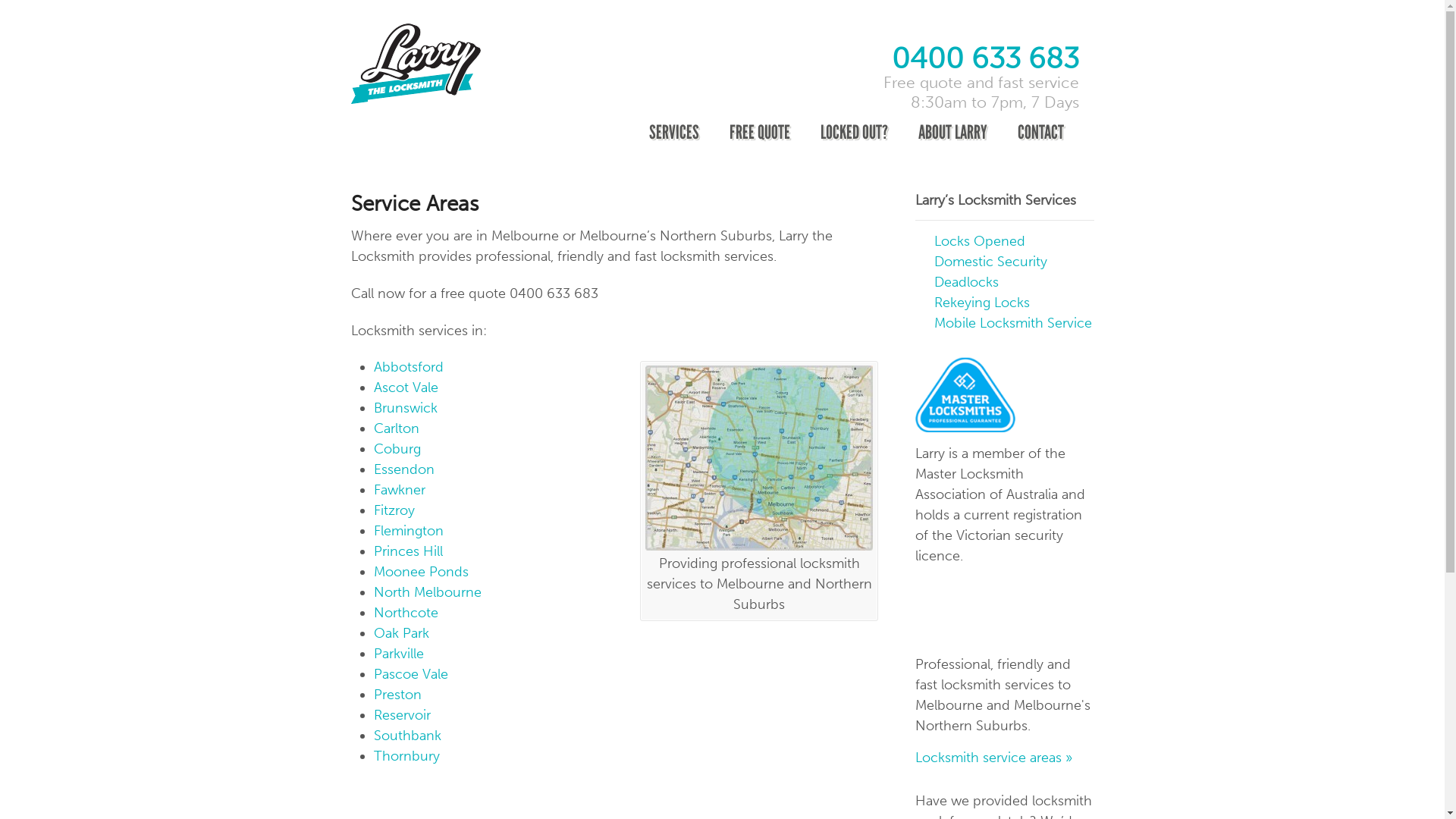 Image resolution: width=1456 pixels, height=819 pixels. What do you see at coordinates (396, 428) in the screenshot?
I see `'Carlton'` at bounding box center [396, 428].